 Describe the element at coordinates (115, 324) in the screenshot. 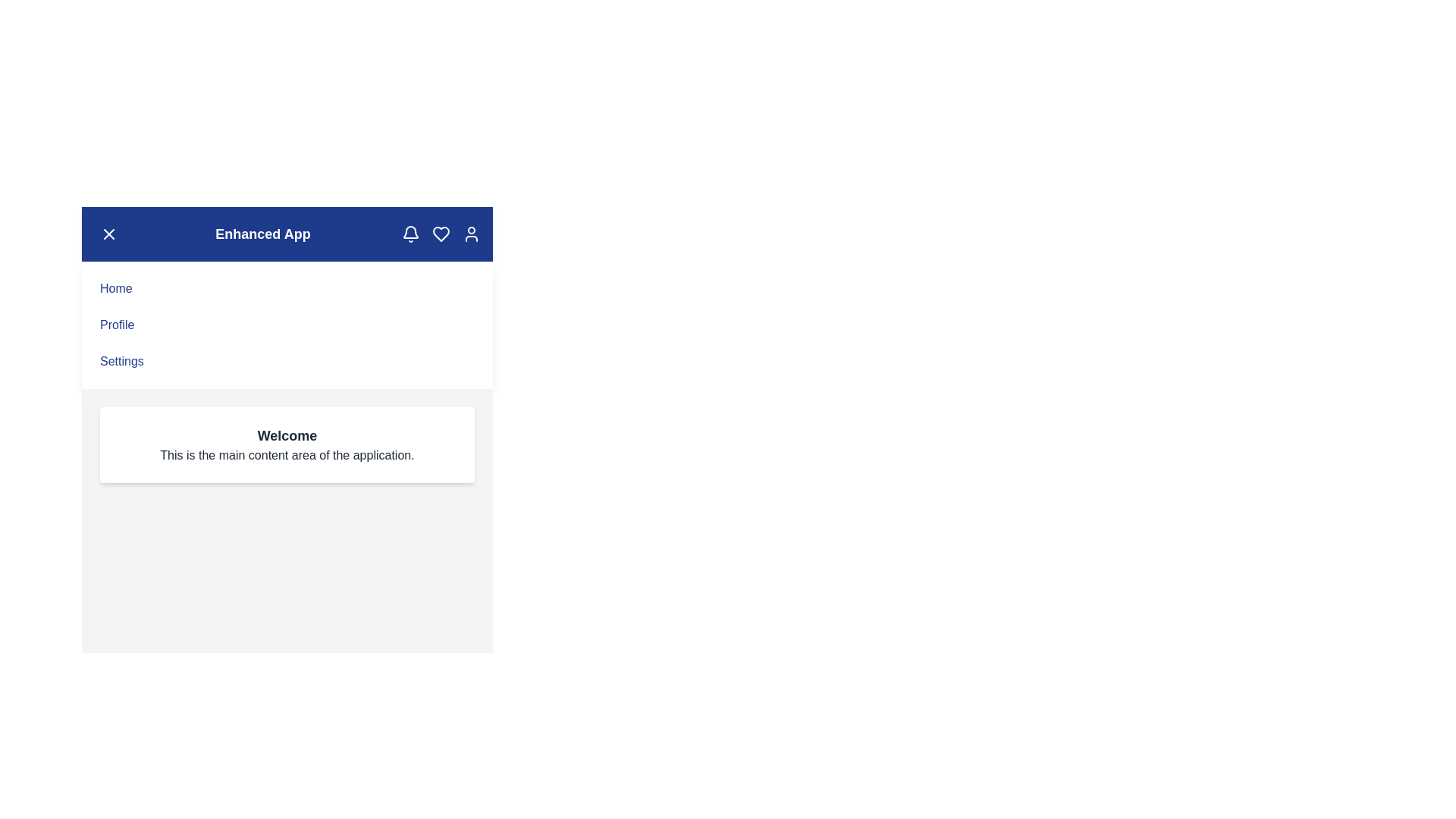

I see `the 'Profile' menu item to navigate to the 'Profile' section` at that location.